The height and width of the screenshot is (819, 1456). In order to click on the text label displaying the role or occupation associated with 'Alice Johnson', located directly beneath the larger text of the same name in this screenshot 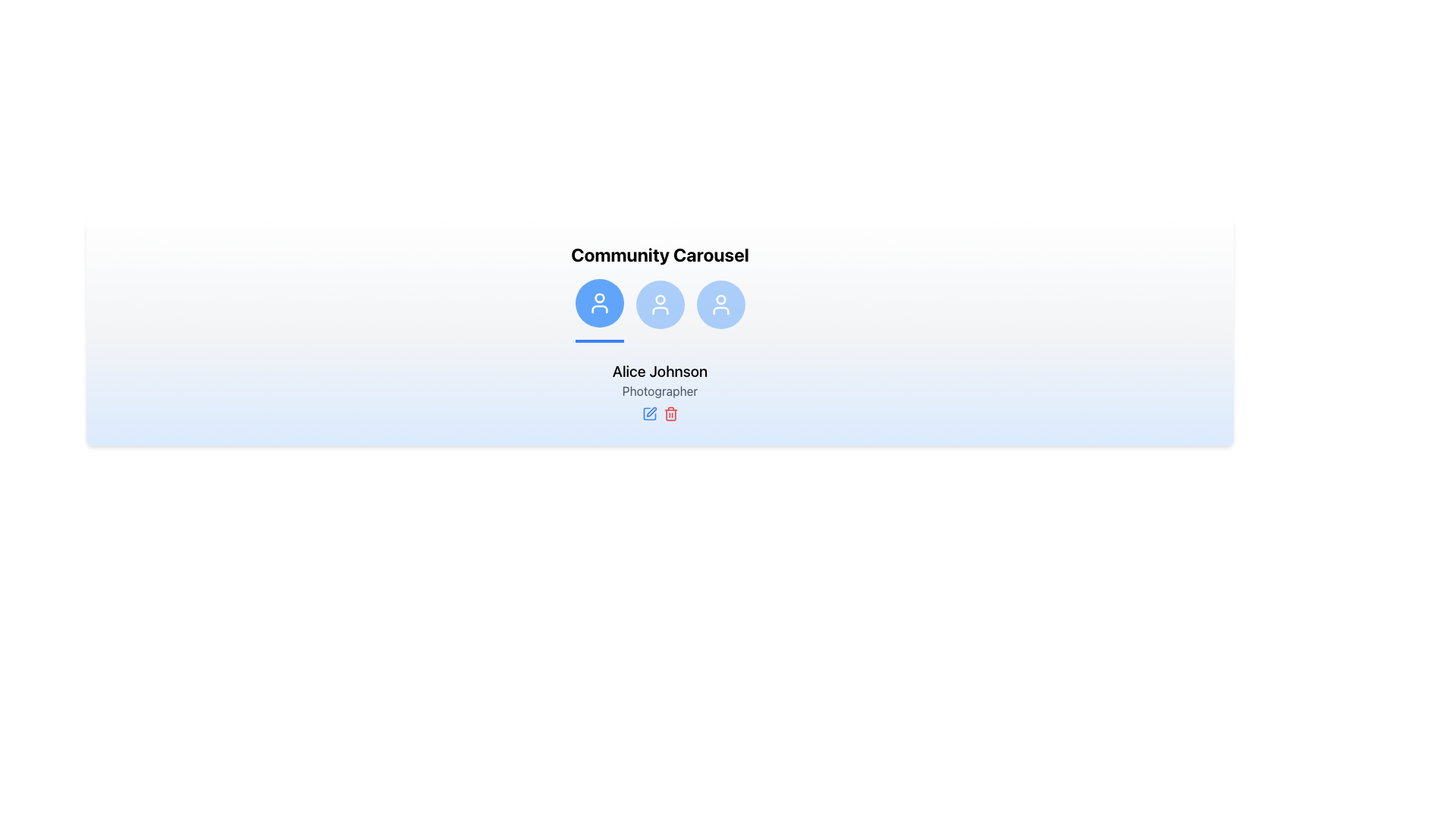, I will do `click(660, 391)`.